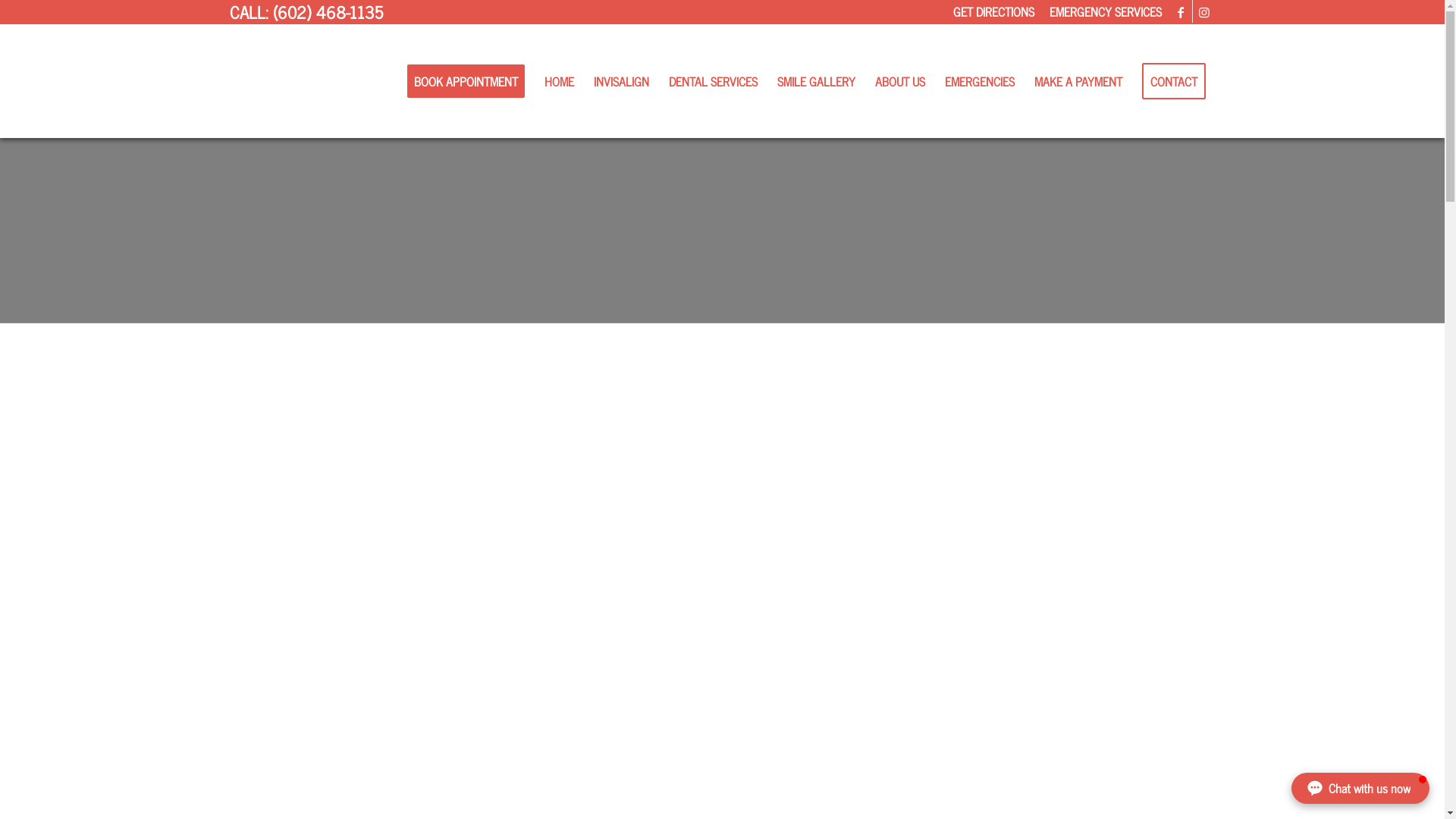 This screenshot has width=1456, height=819. What do you see at coordinates (1203, 11) in the screenshot?
I see `'Instagram'` at bounding box center [1203, 11].